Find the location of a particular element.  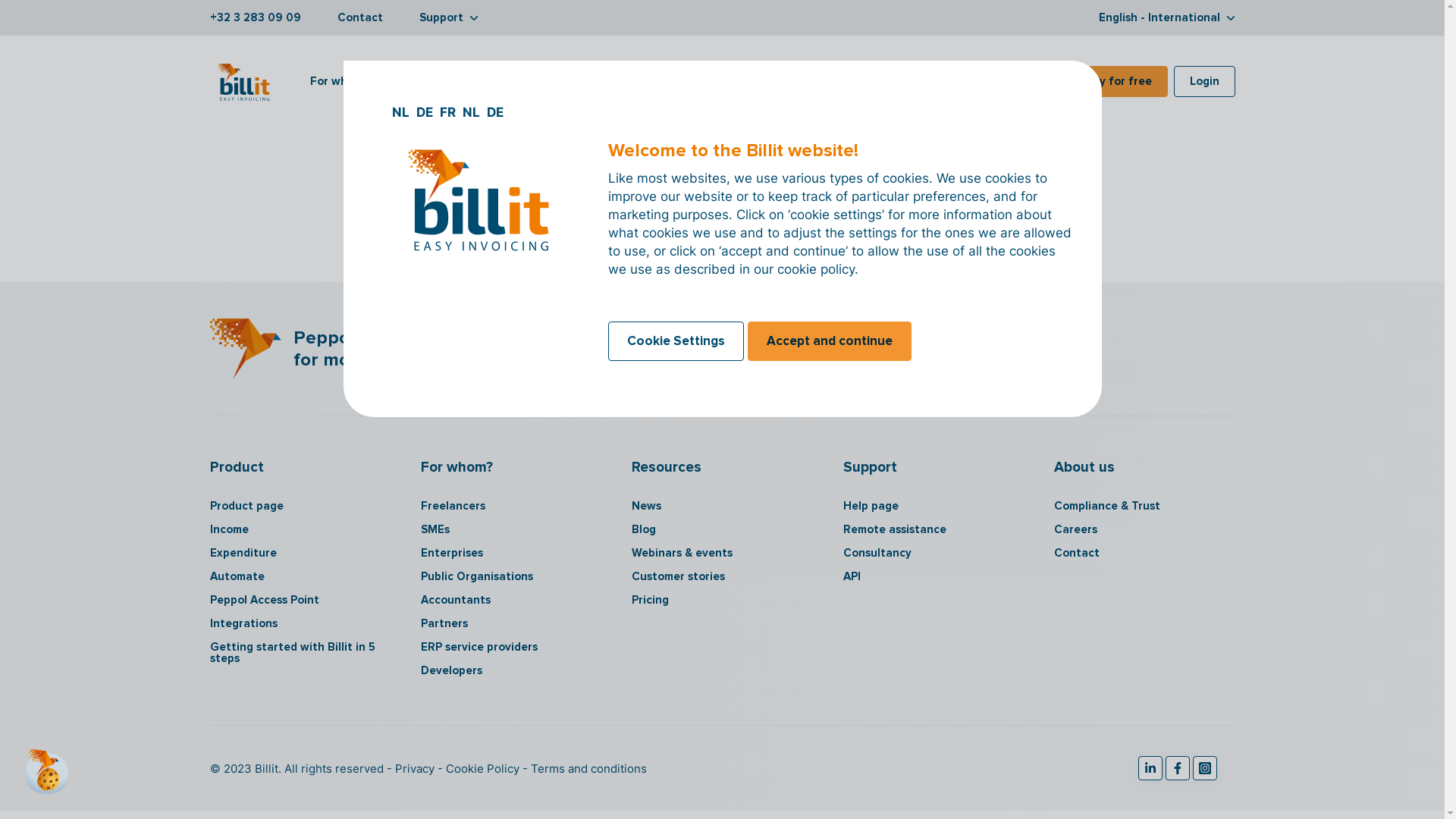

'SMEs' is located at coordinates (510, 529).